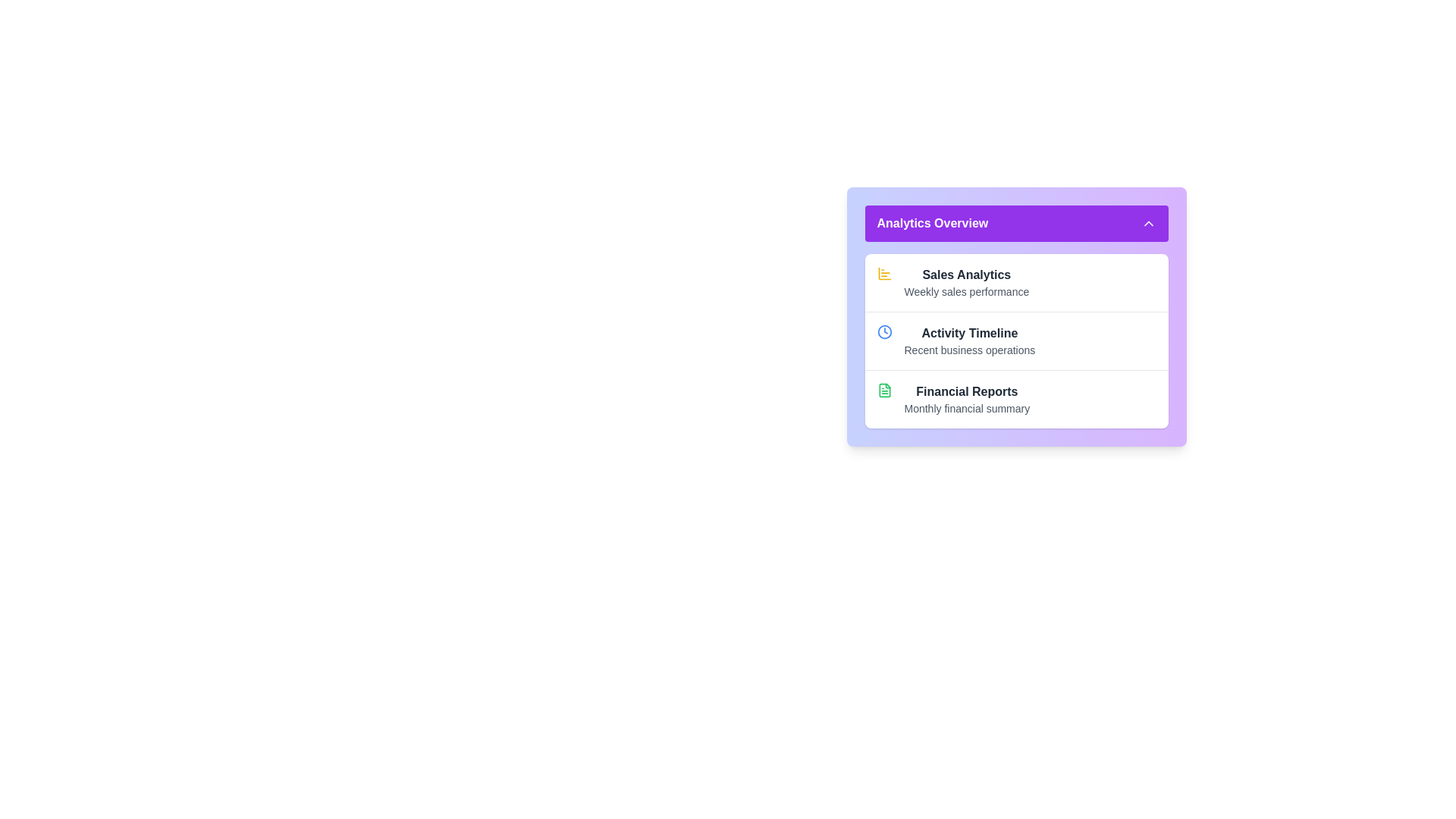 The width and height of the screenshot is (1456, 819). What do you see at coordinates (966, 399) in the screenshot?
I see `the third Text-based List Item in the 'Analytics Overview' card` at bounding box center [966, 399].